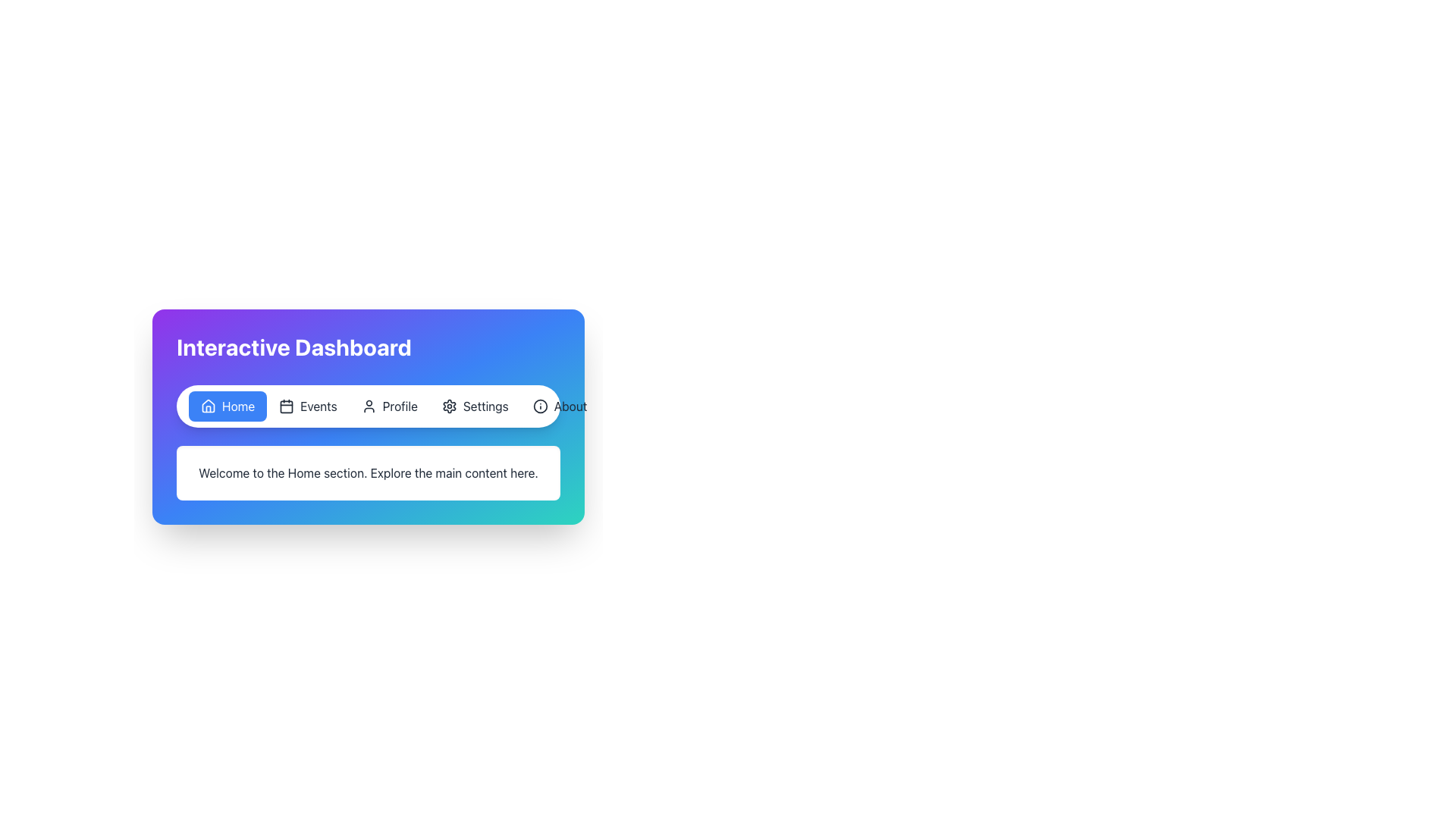 The height and width of the screenshot is (819, 1456). Describe the element at coordinates (570, 406) in the screenshot. I see `the navigational link or button element labeled 'About' in the top right section of the interface` at that location.